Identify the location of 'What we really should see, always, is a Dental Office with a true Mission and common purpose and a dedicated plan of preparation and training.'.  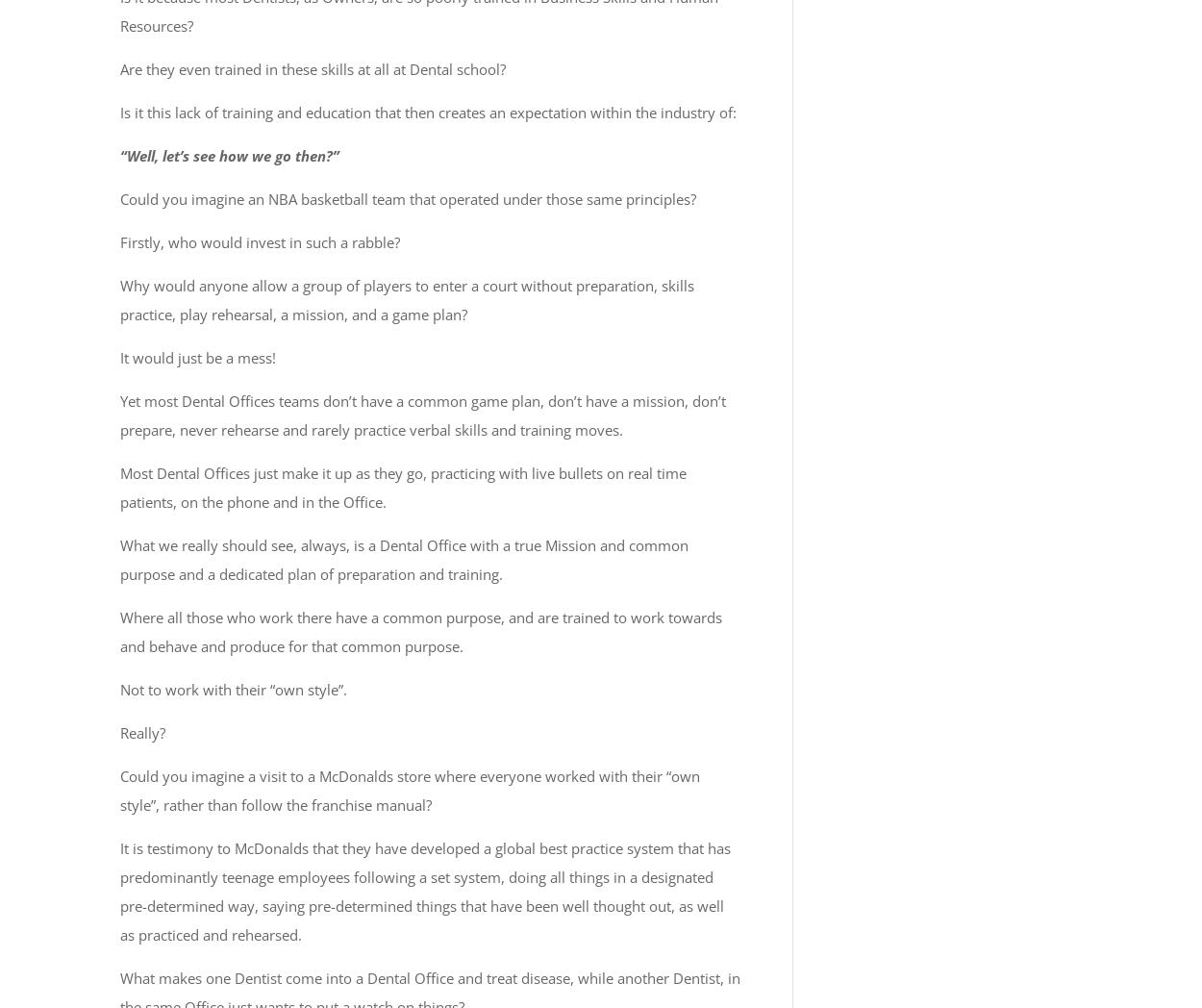
(404, 559).